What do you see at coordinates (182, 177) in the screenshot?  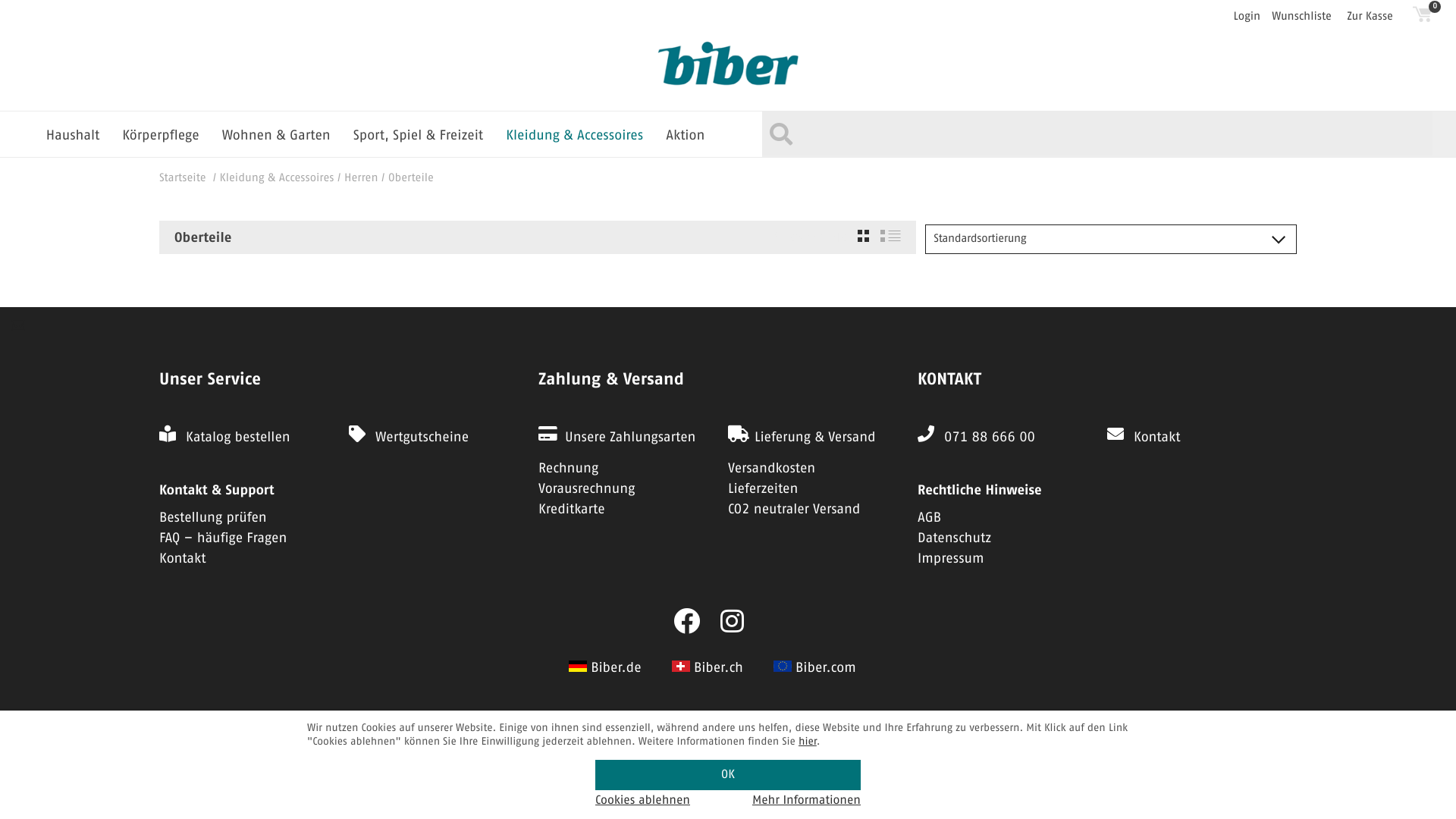 I see `'Startseite'` at bounding box center [182, 177].